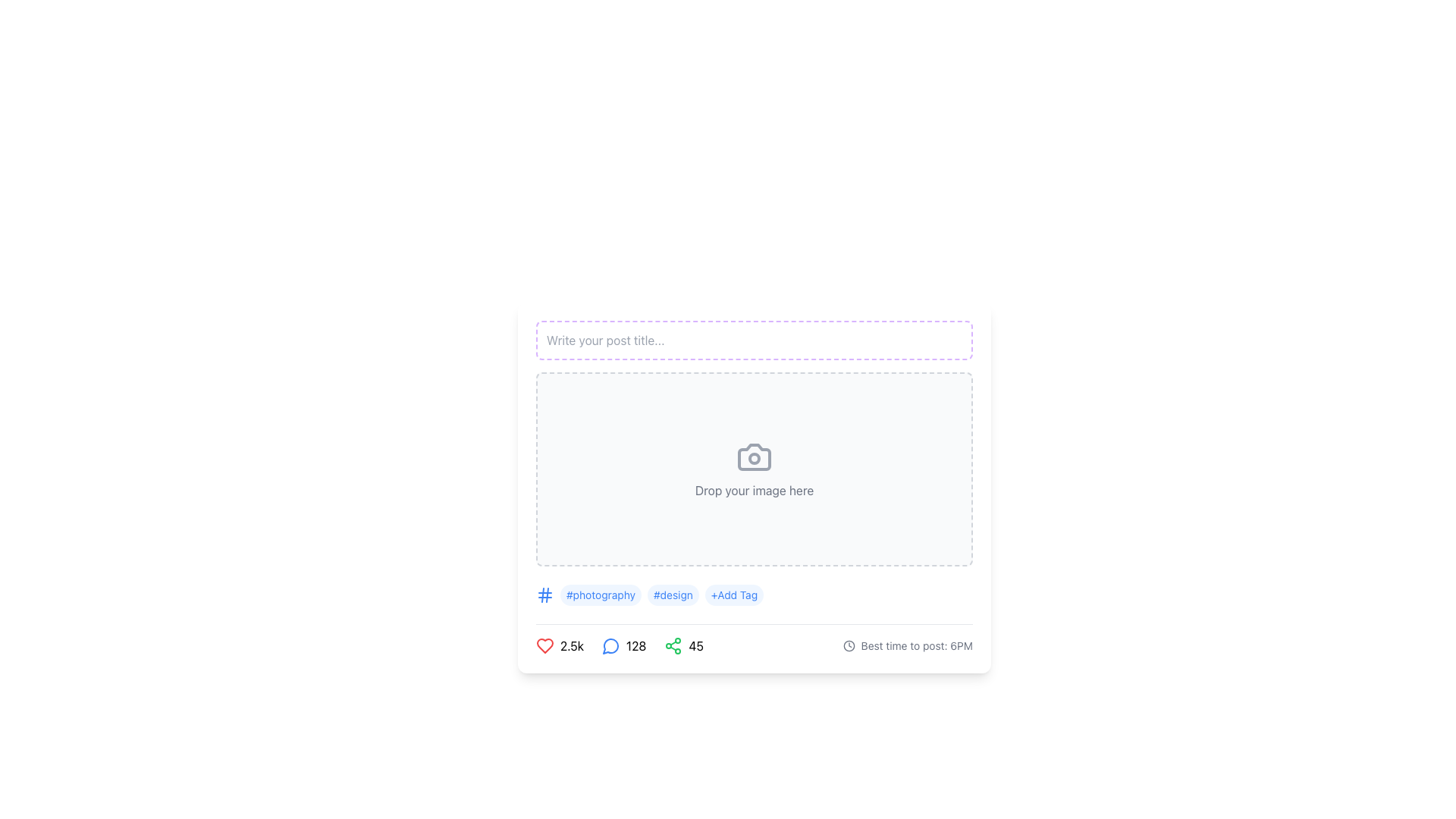 This screenshot has height=819, width=1456. I want to click on the text label displaying the number '45', which is bold and styled in black, located next to a green share icon in the lower portion of the interface, so click(695, 646).